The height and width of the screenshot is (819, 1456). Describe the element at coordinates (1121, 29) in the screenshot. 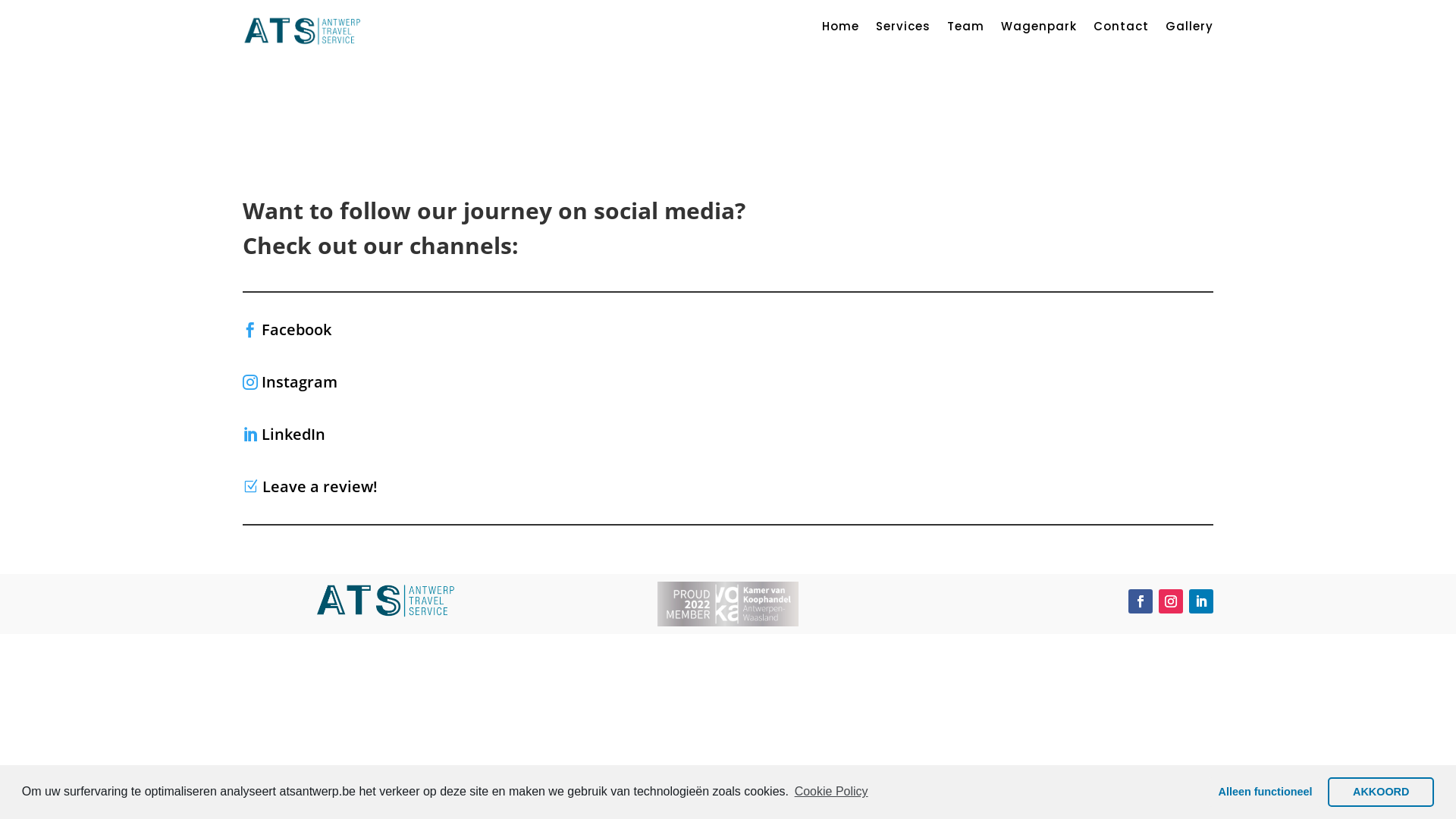

I see `'Contact'` at that location.